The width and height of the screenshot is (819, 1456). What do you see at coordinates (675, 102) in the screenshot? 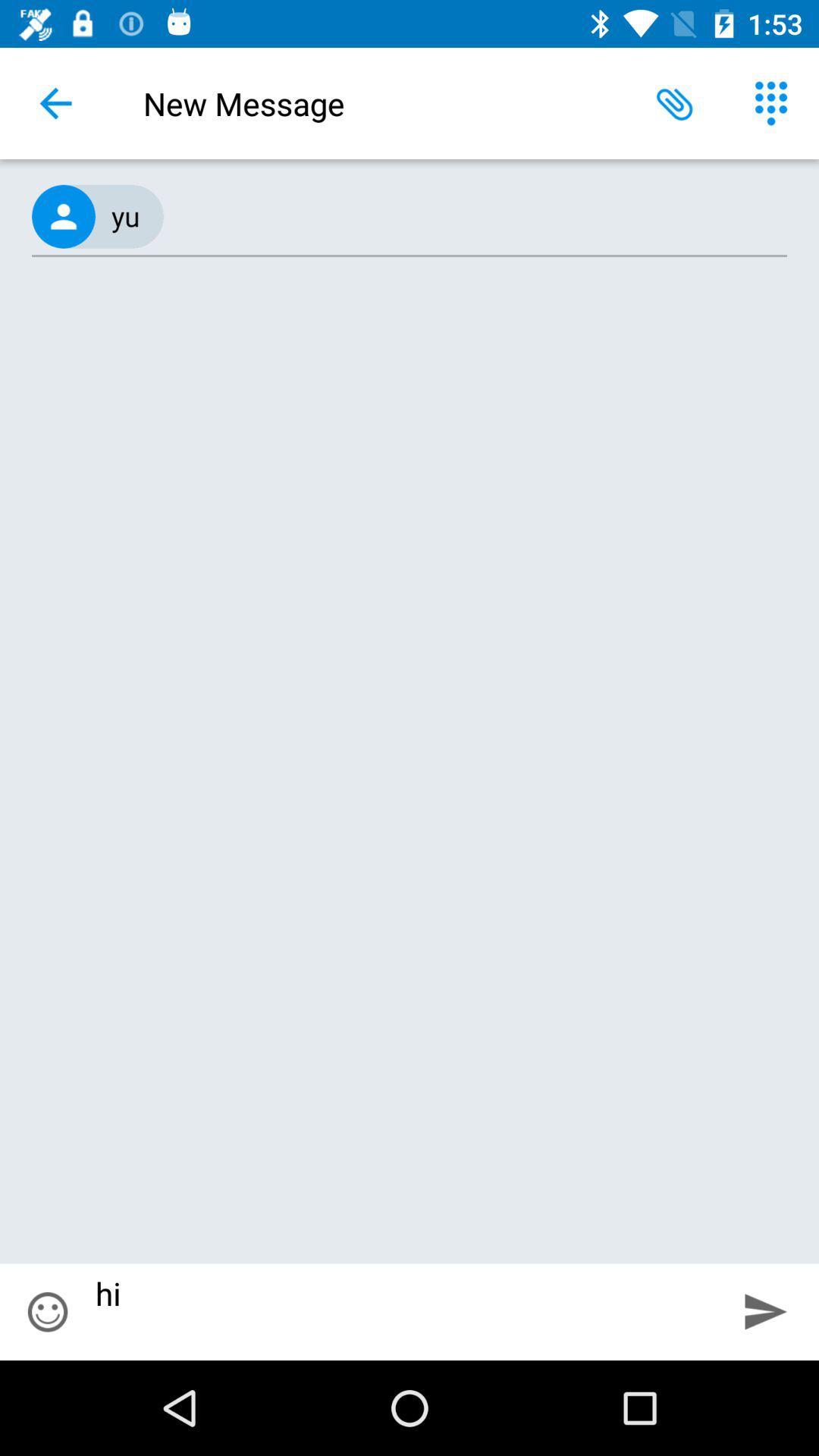
I see `the icon above (667) 676-5778,  icon` at bounding box center [675, 102].